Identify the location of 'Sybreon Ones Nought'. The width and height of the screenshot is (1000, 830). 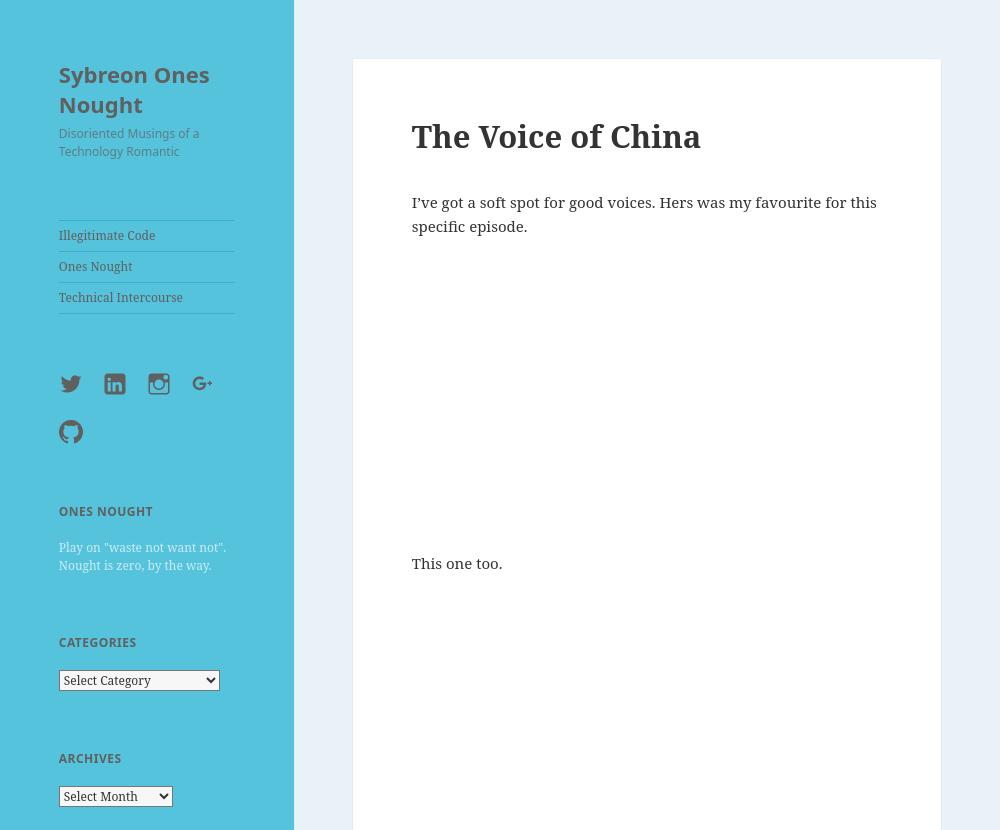
(133, 87).